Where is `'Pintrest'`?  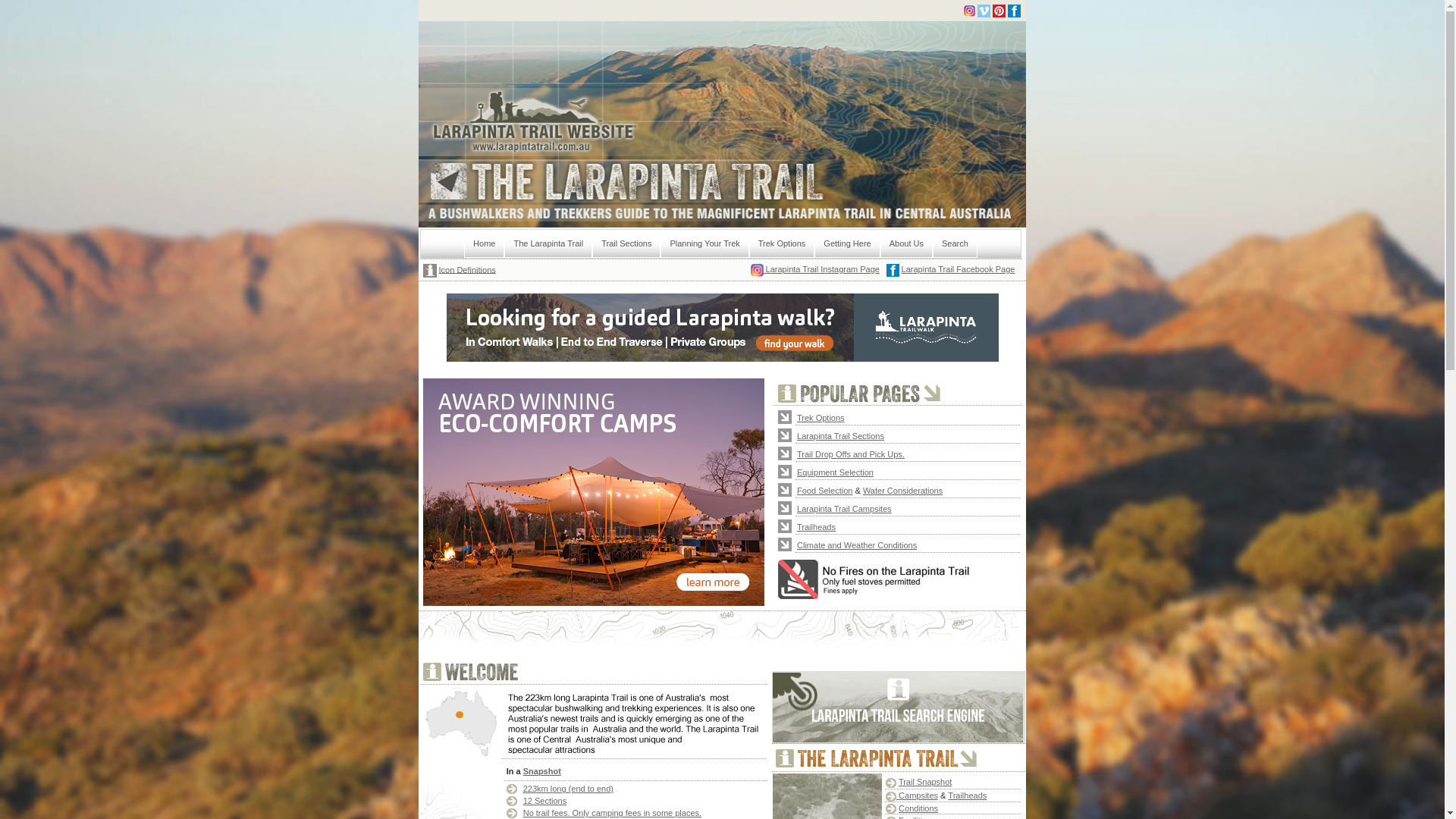 'Pintrest' is located at coordinates (998, 11).